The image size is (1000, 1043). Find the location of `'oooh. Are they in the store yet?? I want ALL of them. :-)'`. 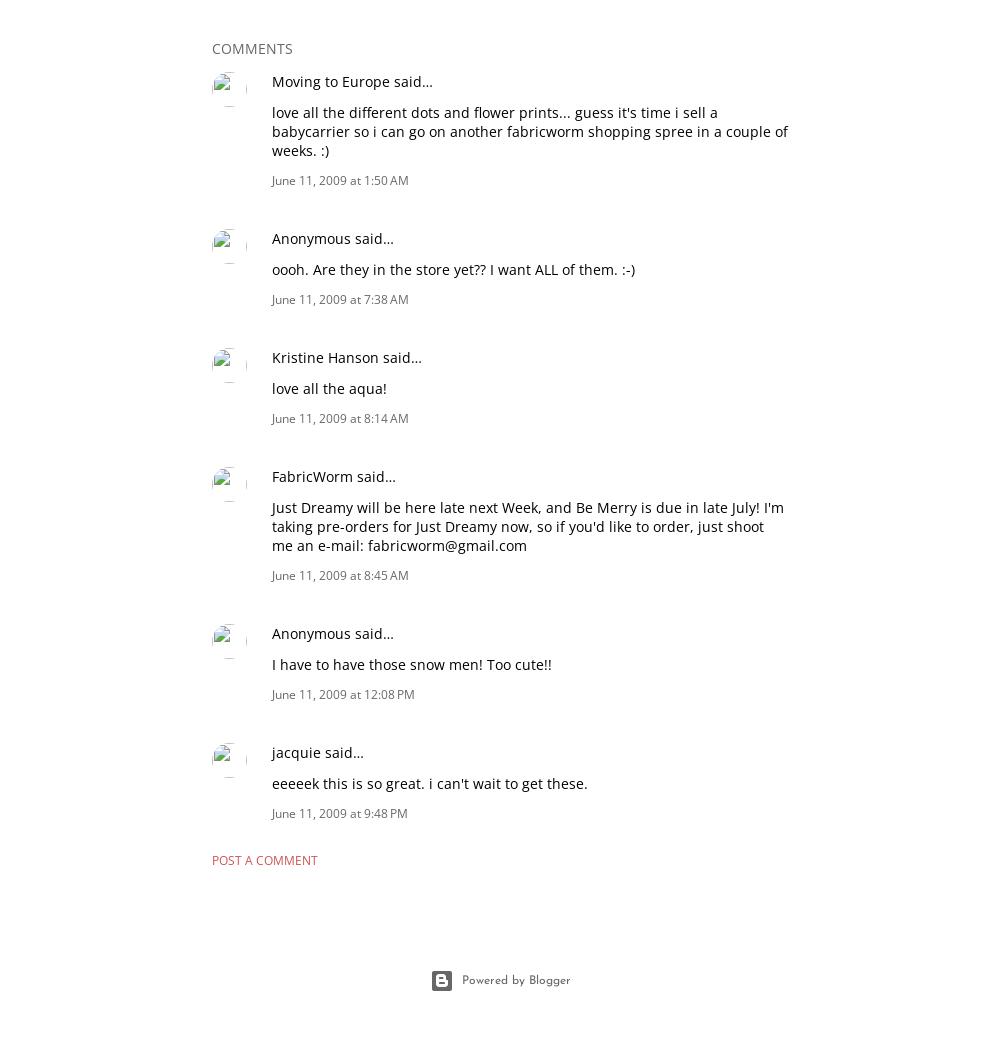

'oooh. Are they in the store yet?? I want ALL of them. :-)' is located at coordinates (452, 269).